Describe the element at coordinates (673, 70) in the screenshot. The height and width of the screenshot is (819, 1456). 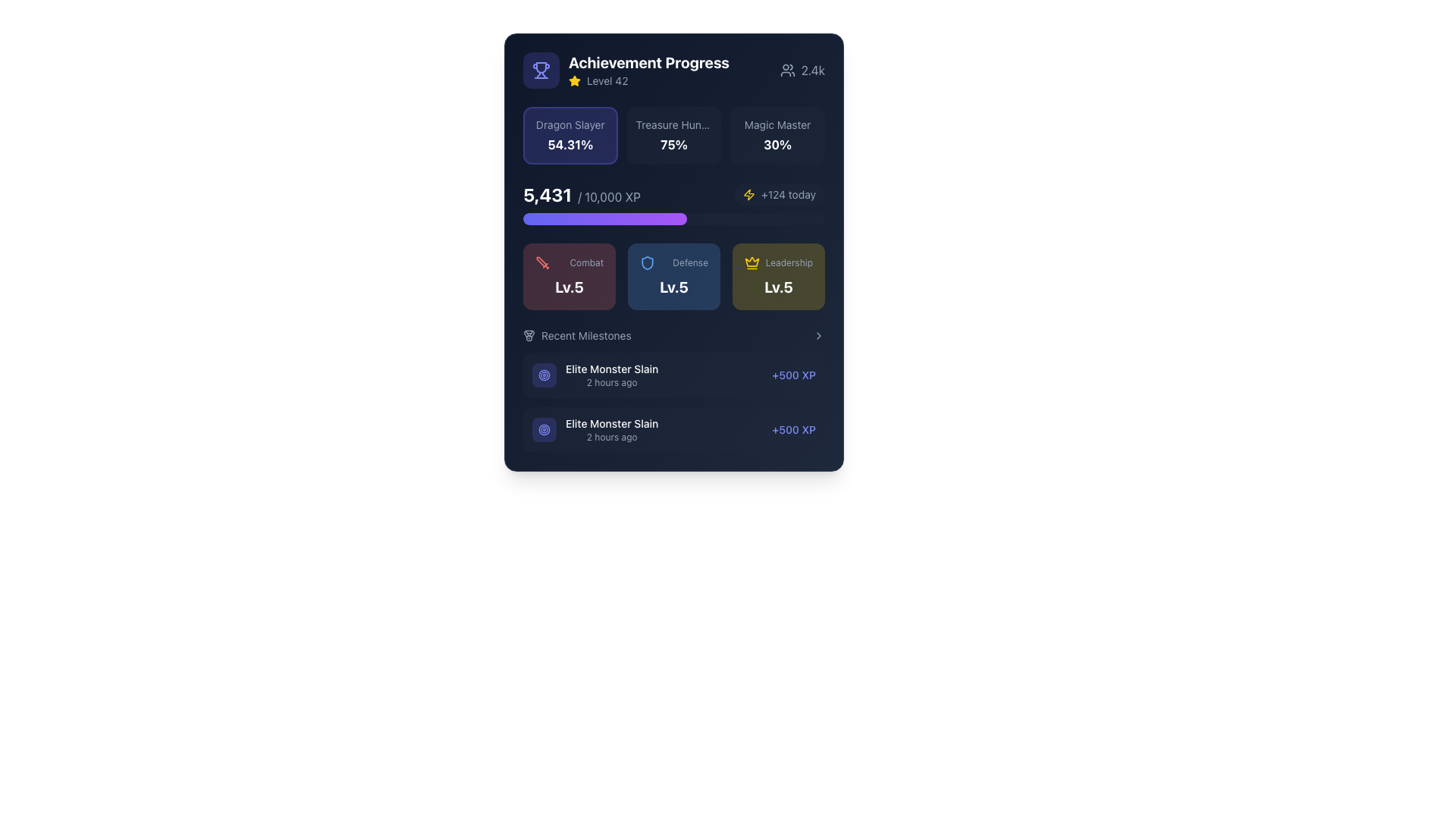
I see `the Header display section titled 'Achievement Progress' which features a bold white title, a yellow star icon, a trophy icon on the left, and a '2.4k' text with a user icon on the right, all set against a gradient dark theme` at that location.